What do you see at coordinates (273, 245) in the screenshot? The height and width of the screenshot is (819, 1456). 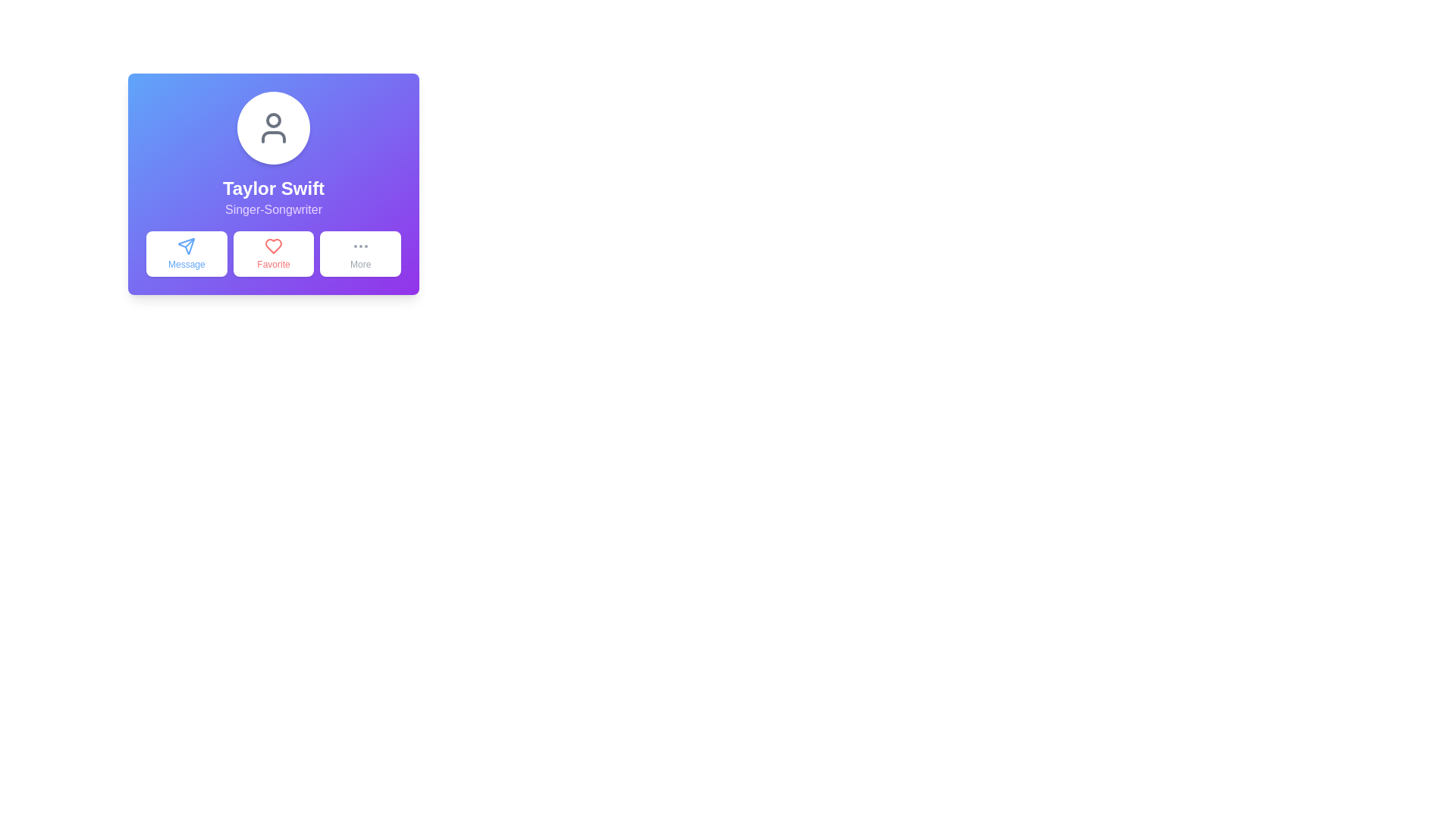 I see `the 'Favorite' icon located in the second button from the left in a row of three buttons at the bottom of a card section displaying the profile of 'Taylor Swift'` at bounding box center [273, 245].